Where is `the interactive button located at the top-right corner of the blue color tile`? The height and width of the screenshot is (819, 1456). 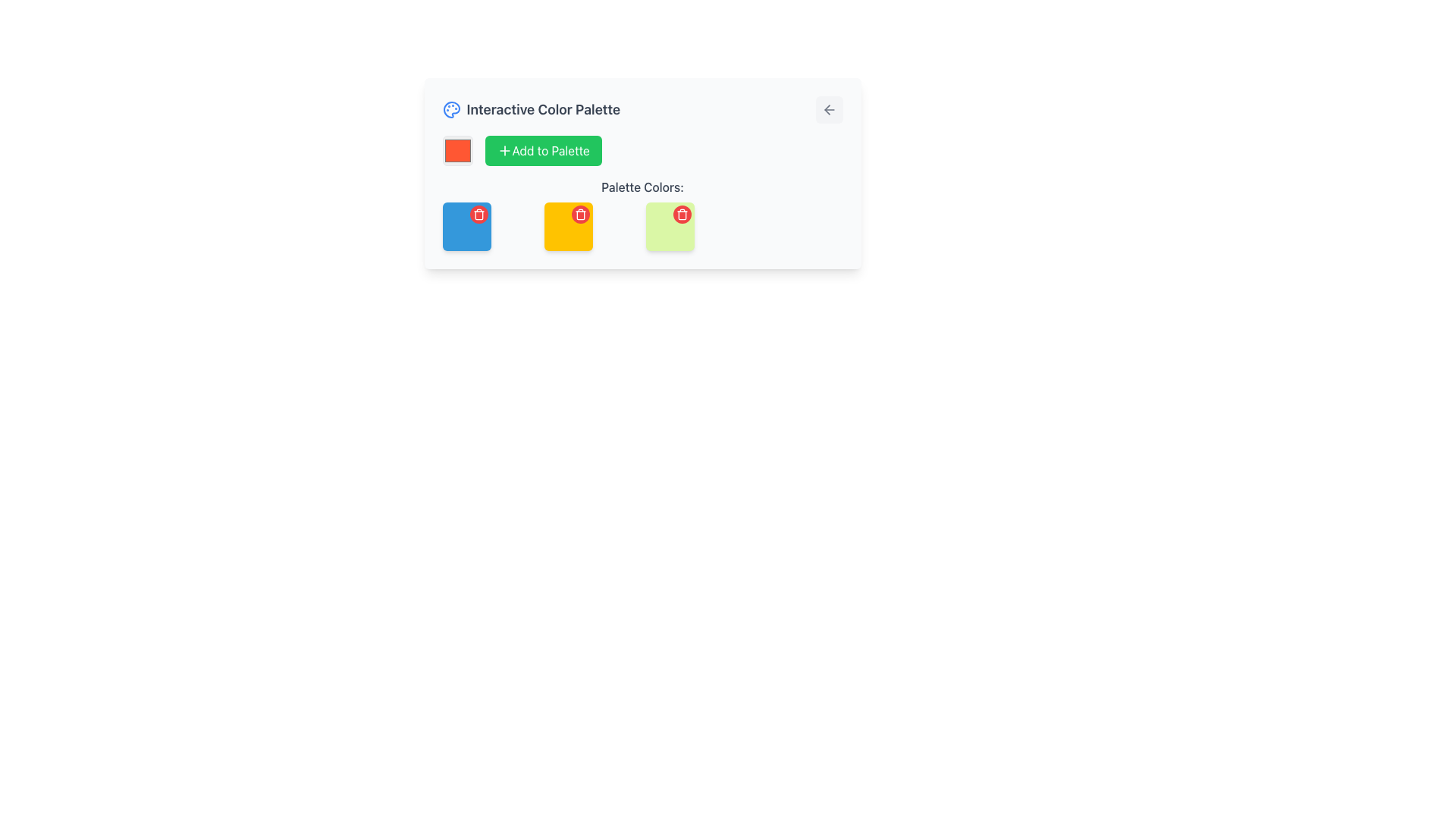 the interactive button located at the top-right corner of the blue color tile is located at coordinates (478, 214).